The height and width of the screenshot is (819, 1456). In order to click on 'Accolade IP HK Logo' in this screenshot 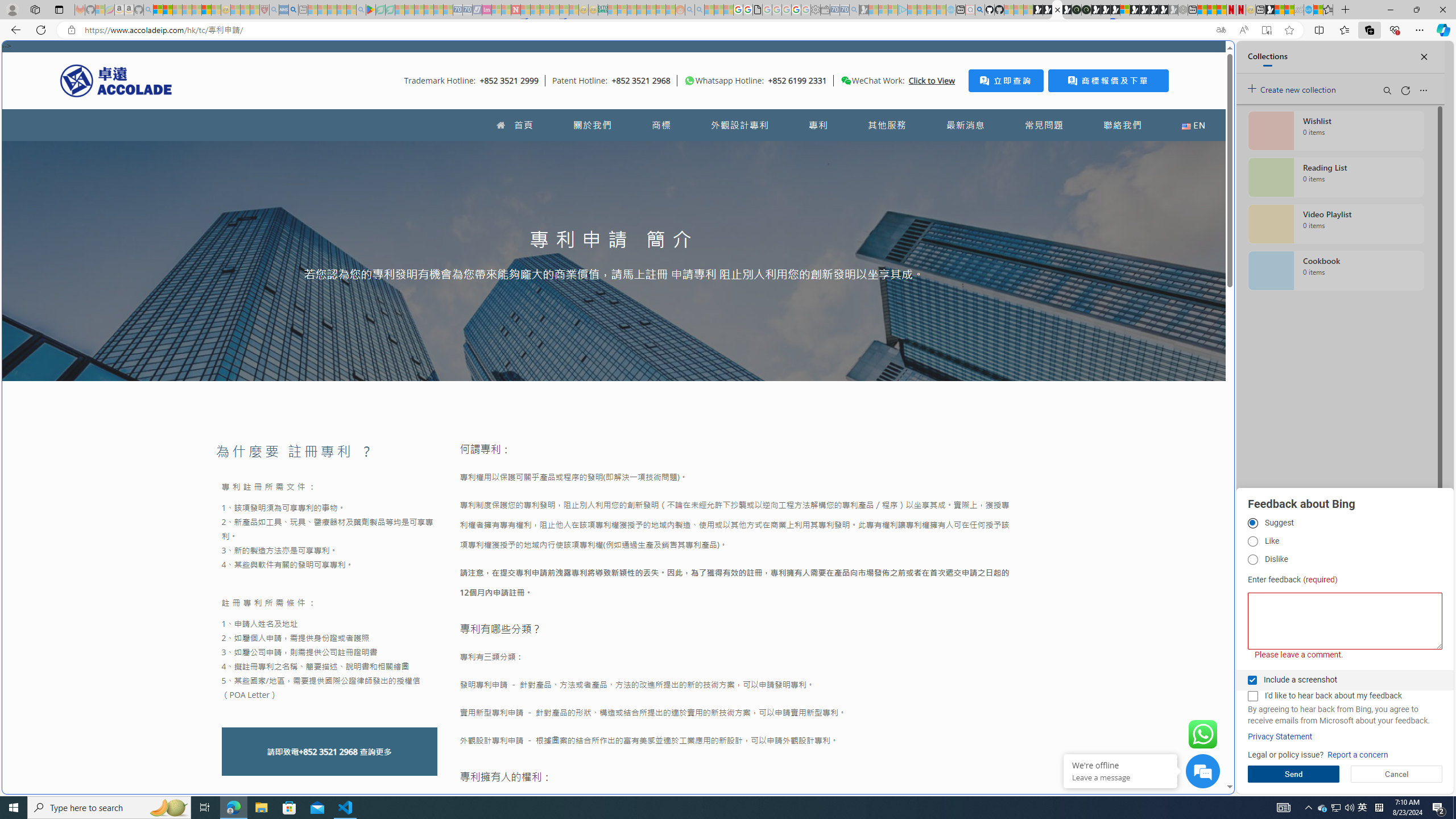, I will do `click(115, 80)`.